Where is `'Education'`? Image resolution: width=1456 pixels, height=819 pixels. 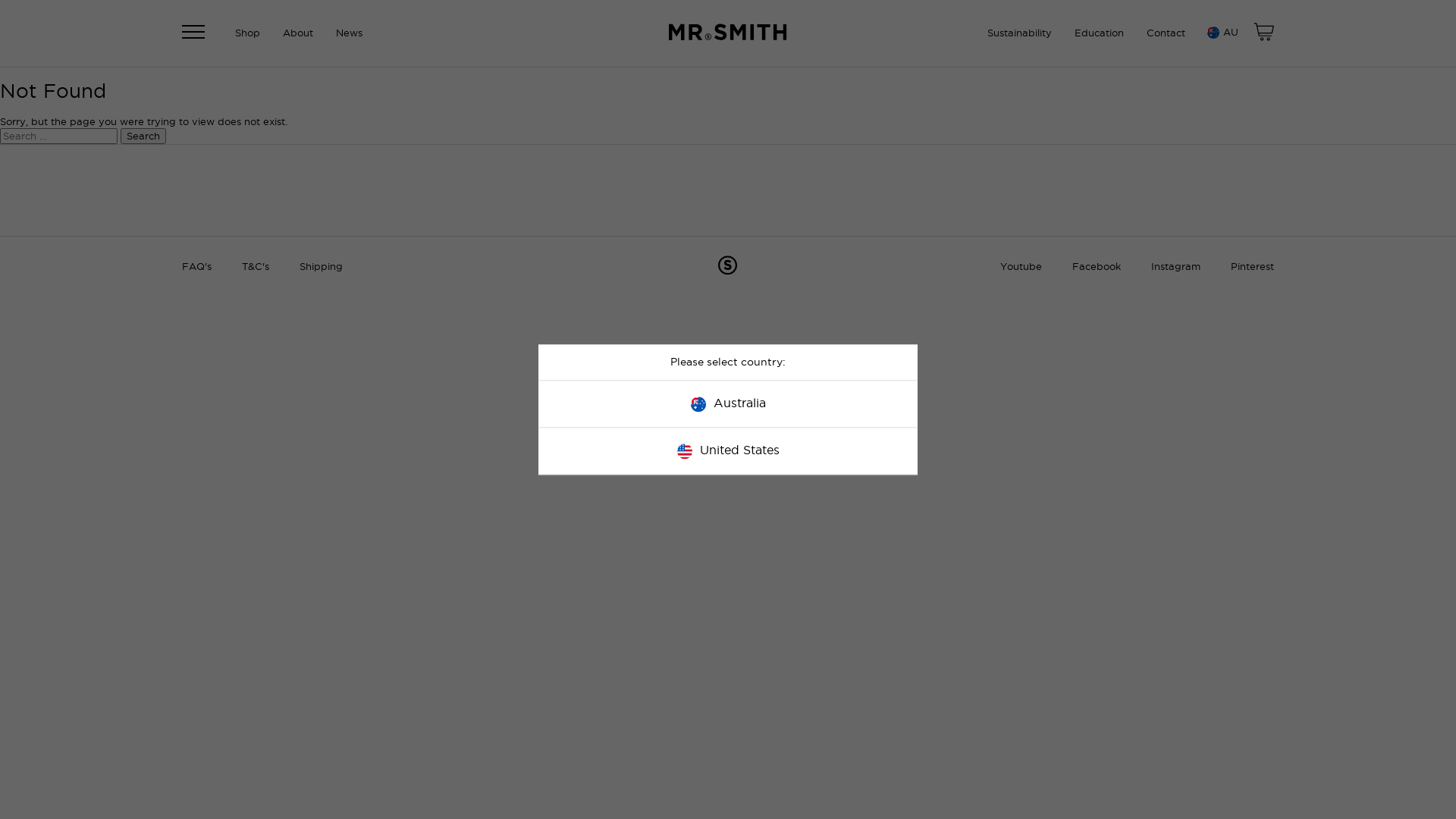 'Education' is located at coordinates (1099, 33).